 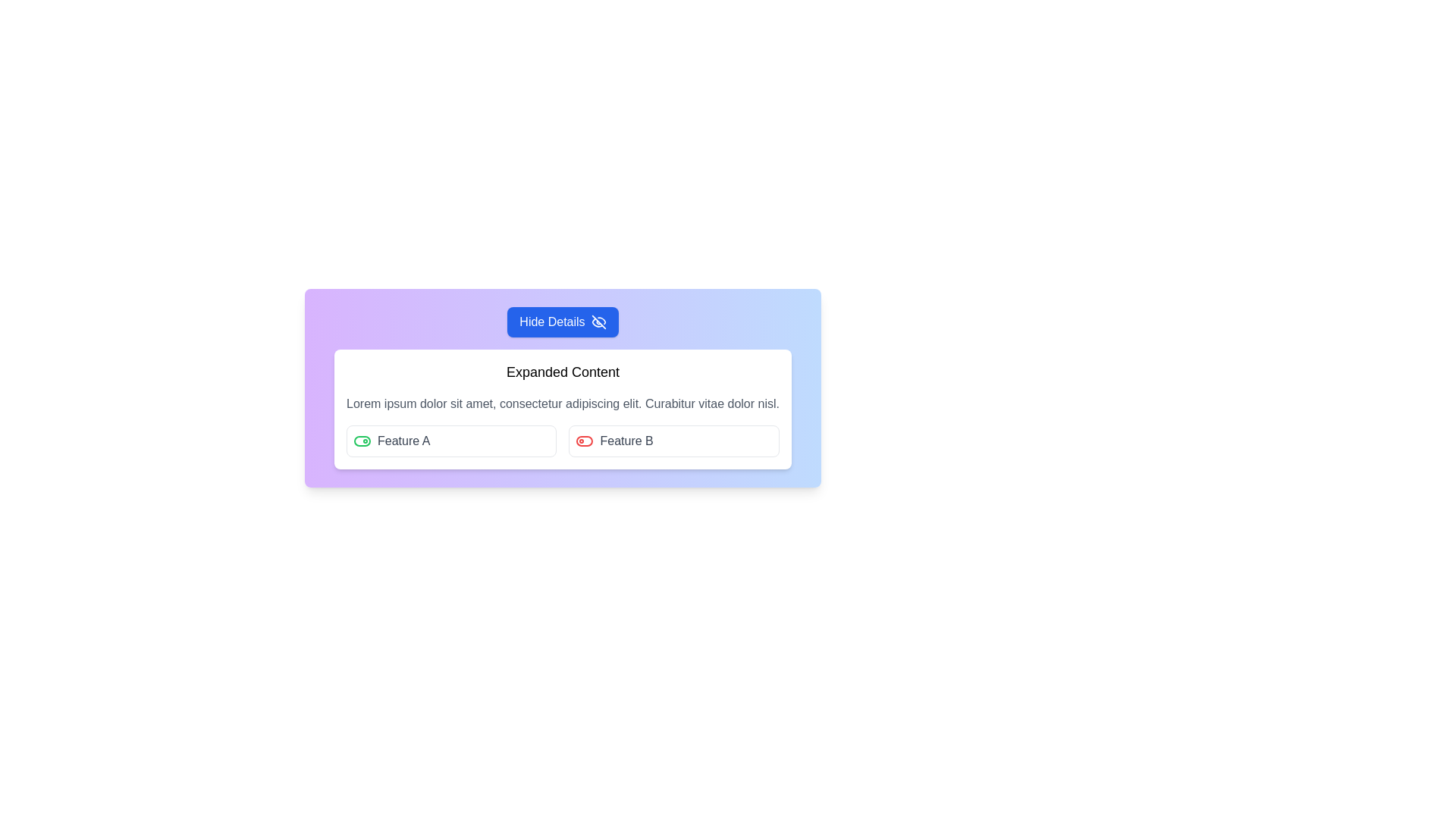 What do you see at coordinates (673, 441) in the screenshot?
I see `the Toggle Button labeled 'Feature B' to change its state from off to on` at bounding box center [673, 441].